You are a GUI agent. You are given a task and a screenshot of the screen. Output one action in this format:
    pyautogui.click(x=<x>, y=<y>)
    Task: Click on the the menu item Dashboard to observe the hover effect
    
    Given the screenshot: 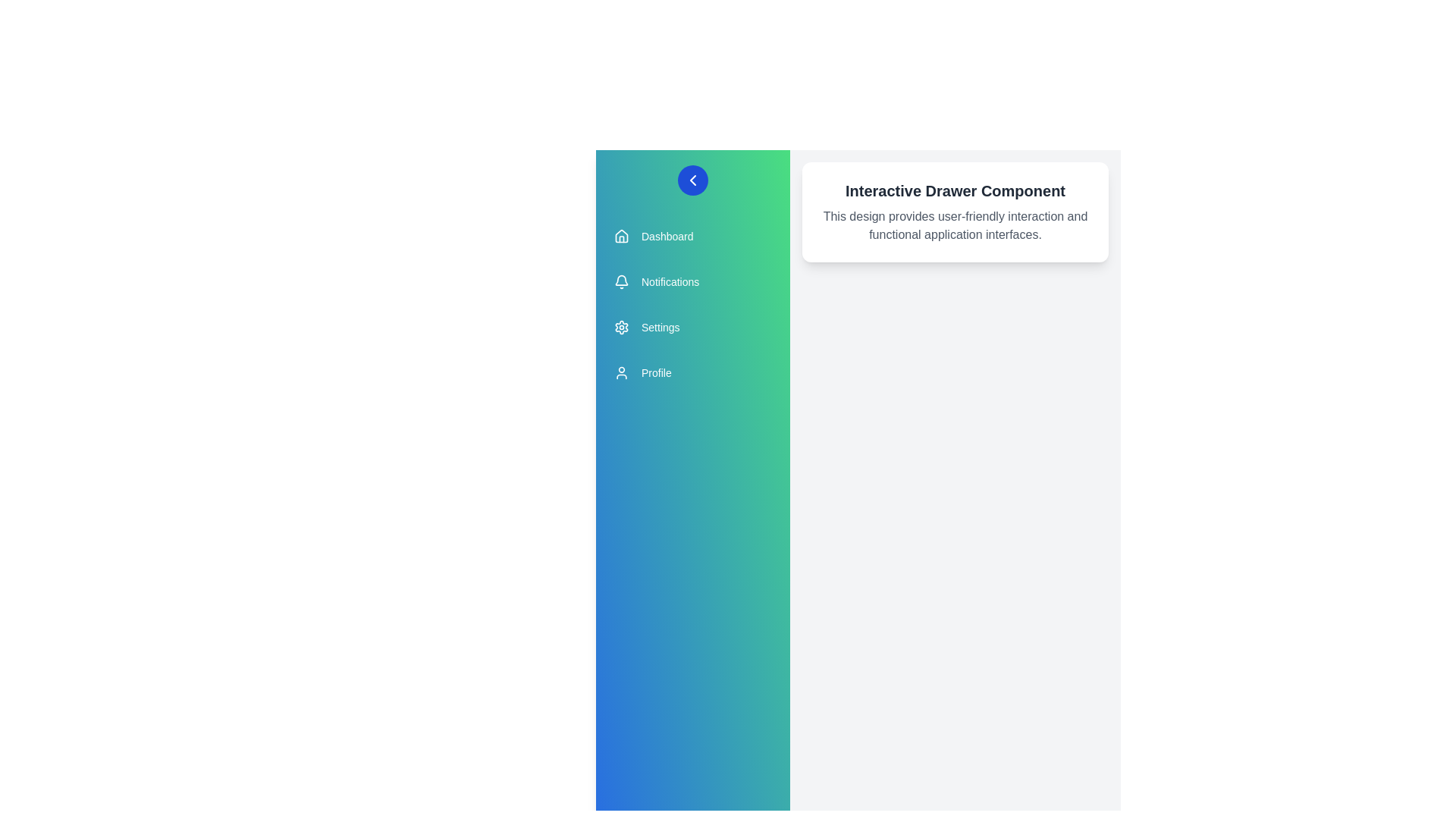 What is the action you would take?
    pyautogui.click(x=692, y=237)
    